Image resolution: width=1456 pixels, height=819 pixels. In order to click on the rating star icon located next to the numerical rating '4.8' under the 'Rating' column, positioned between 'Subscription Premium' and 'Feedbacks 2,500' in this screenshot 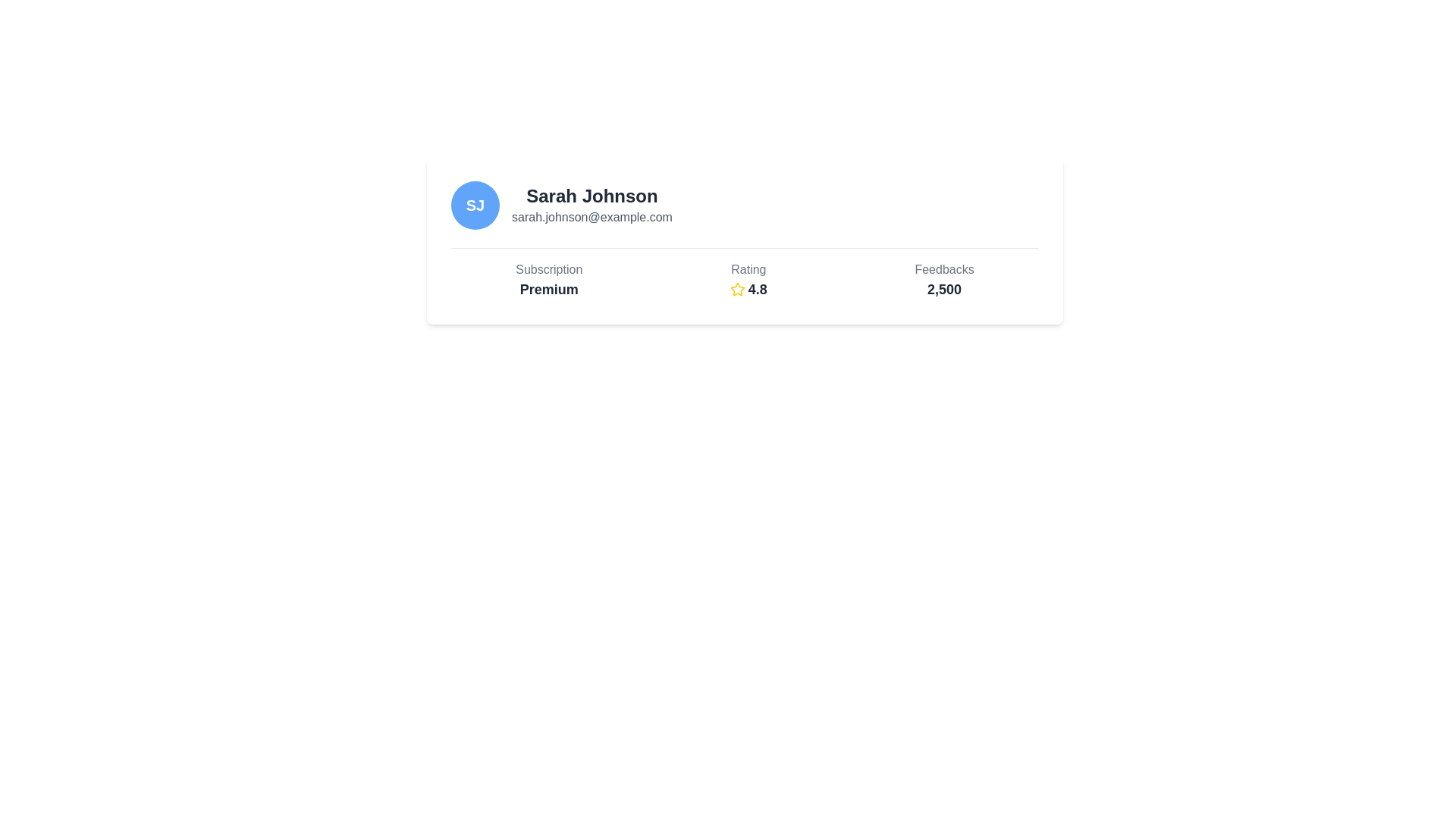, I will do `click(737, 289)`.